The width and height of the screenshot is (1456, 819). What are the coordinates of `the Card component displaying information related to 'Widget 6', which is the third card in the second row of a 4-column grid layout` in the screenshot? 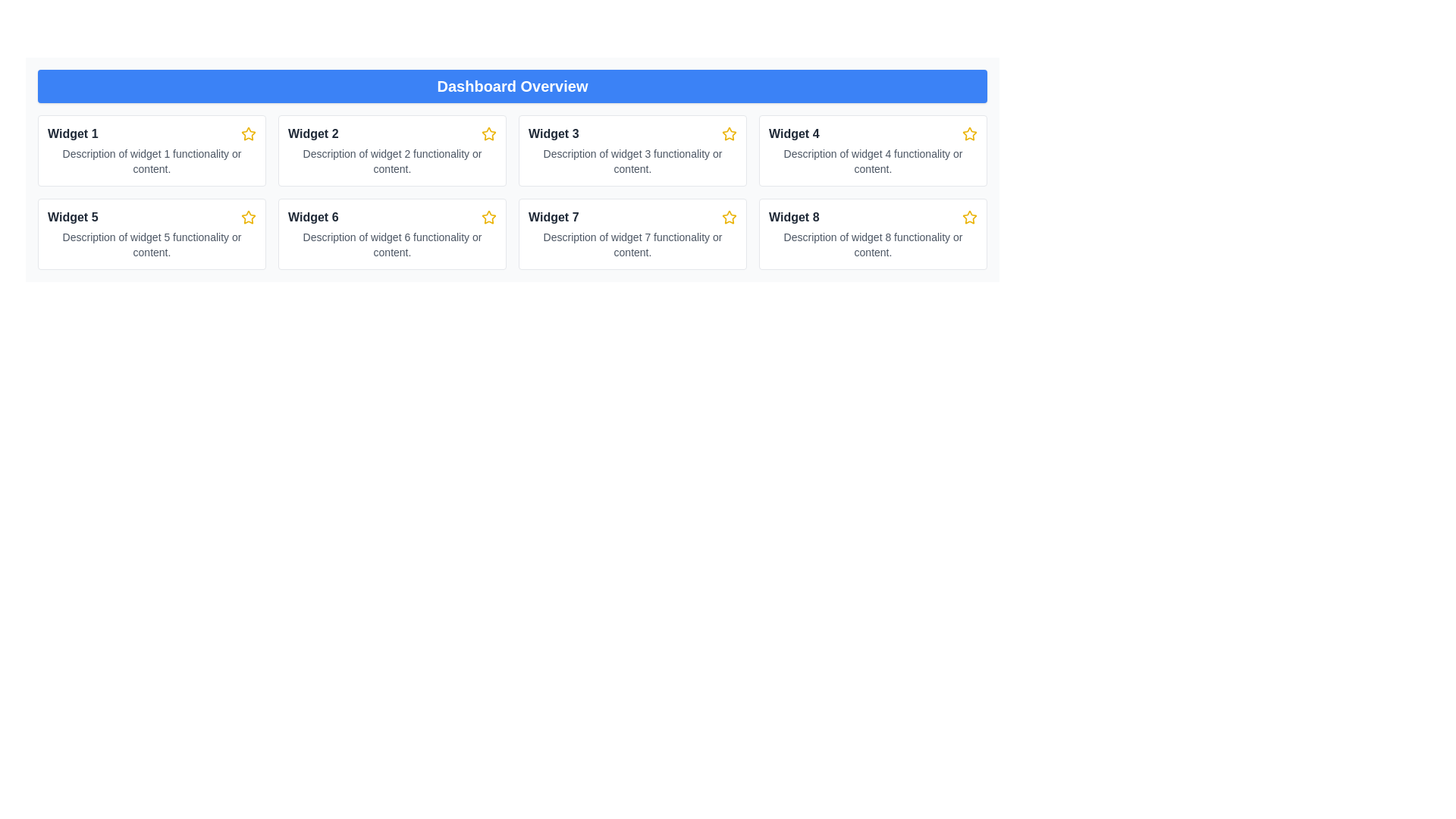 It's located at (392, 234).